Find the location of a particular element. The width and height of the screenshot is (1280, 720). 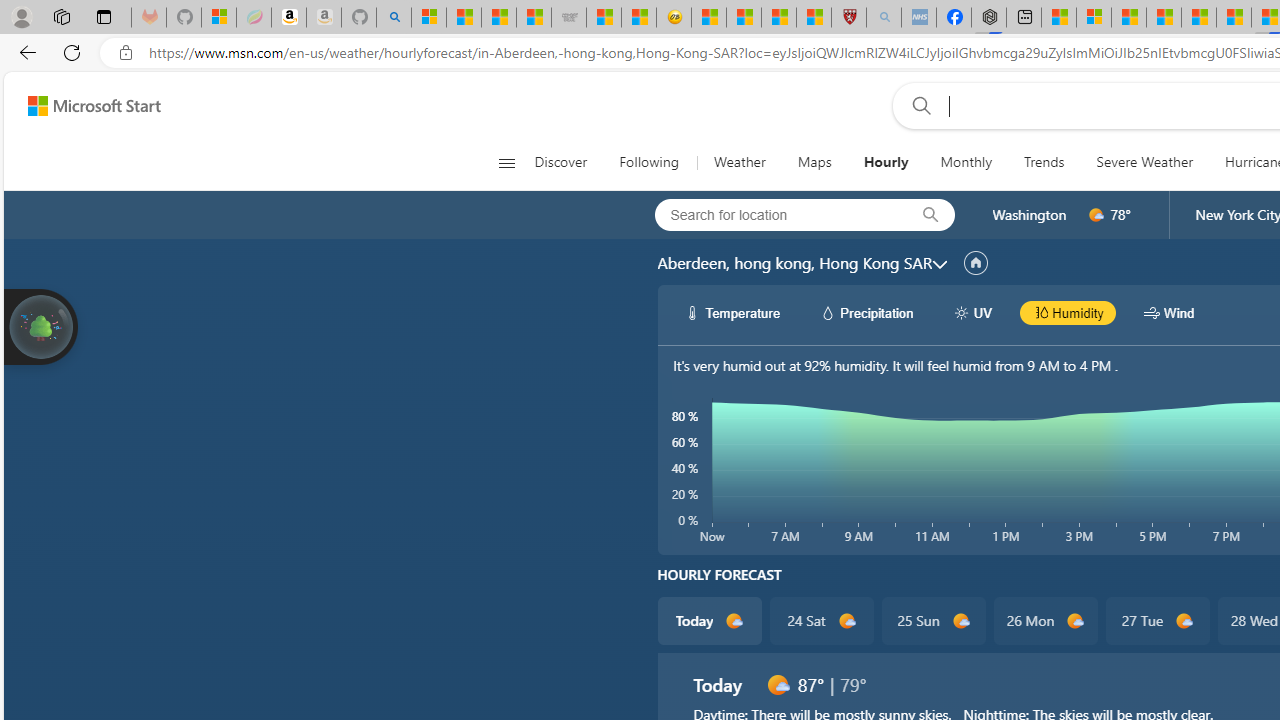

'd1000' is located at coordinates (776, 684).